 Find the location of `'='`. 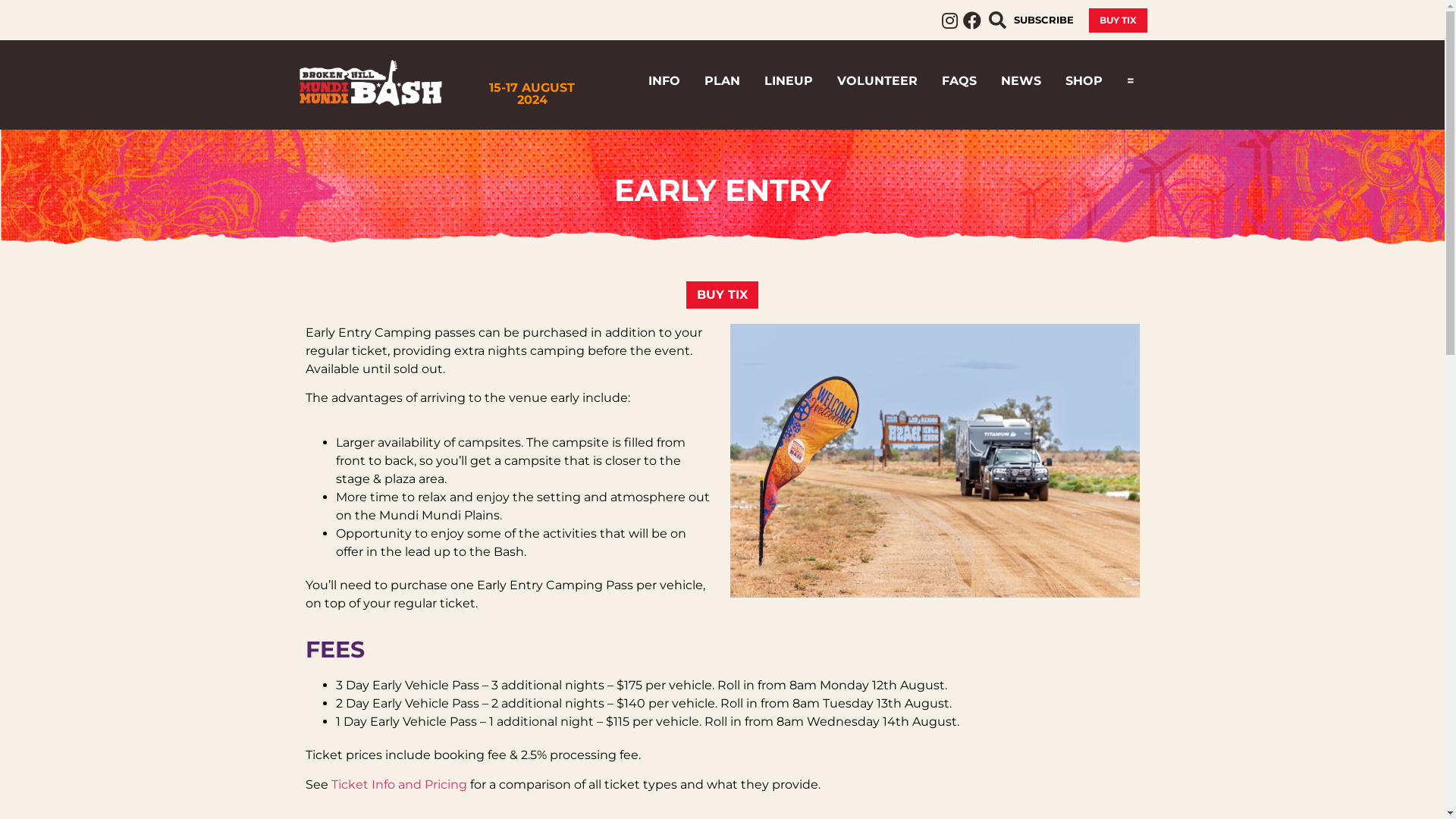

'=' is located at coordinates (1131, 81).